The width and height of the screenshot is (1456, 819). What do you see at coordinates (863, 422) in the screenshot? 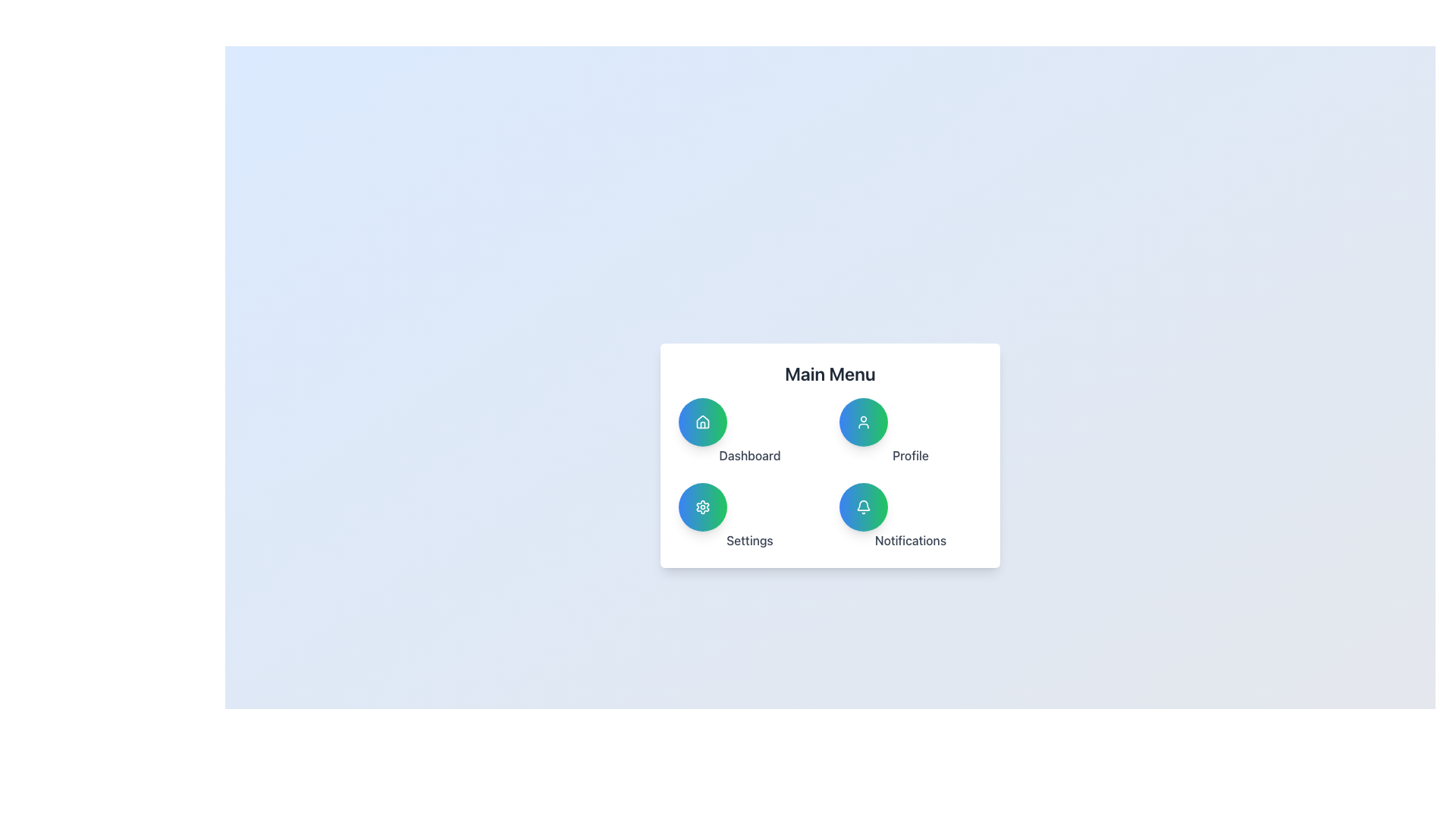
I see `the 'Profile' button in the main menu interface` at bounding box center [863, 422].